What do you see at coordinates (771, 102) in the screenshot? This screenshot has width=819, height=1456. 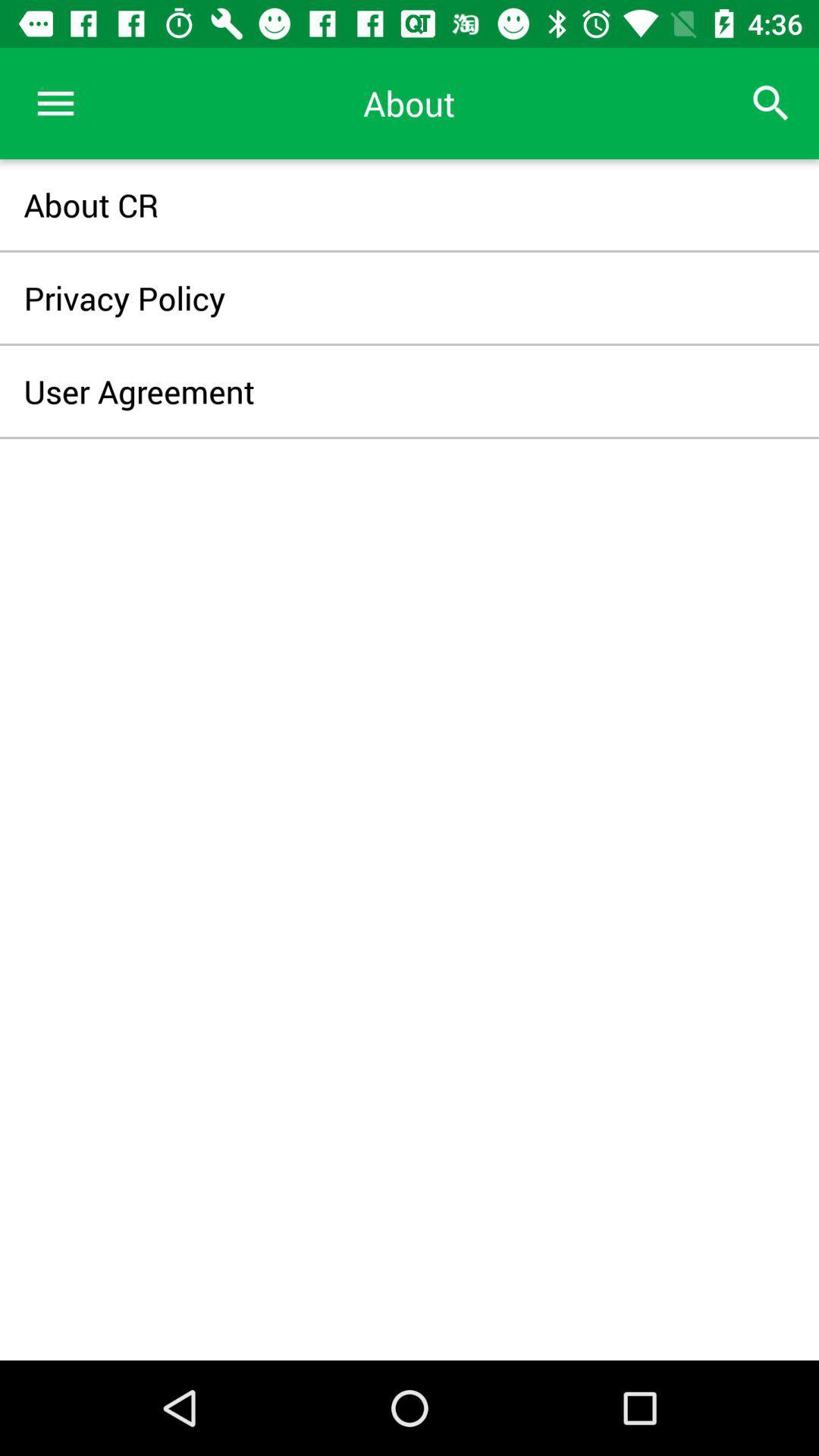 I see `the icon next to about icon` at bounding box center [771, 102].